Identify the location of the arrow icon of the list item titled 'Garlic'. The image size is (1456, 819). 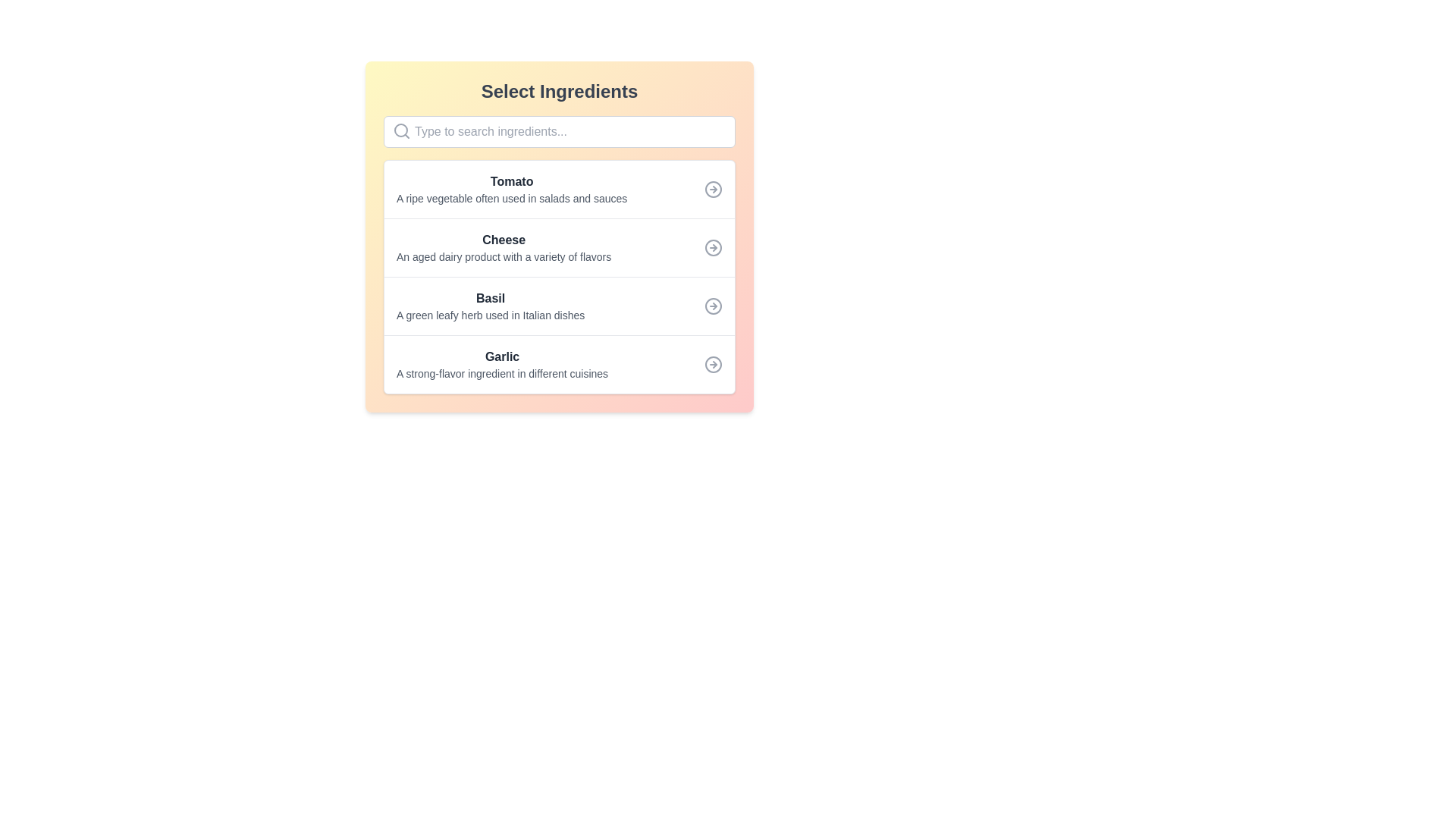
(559, 364).